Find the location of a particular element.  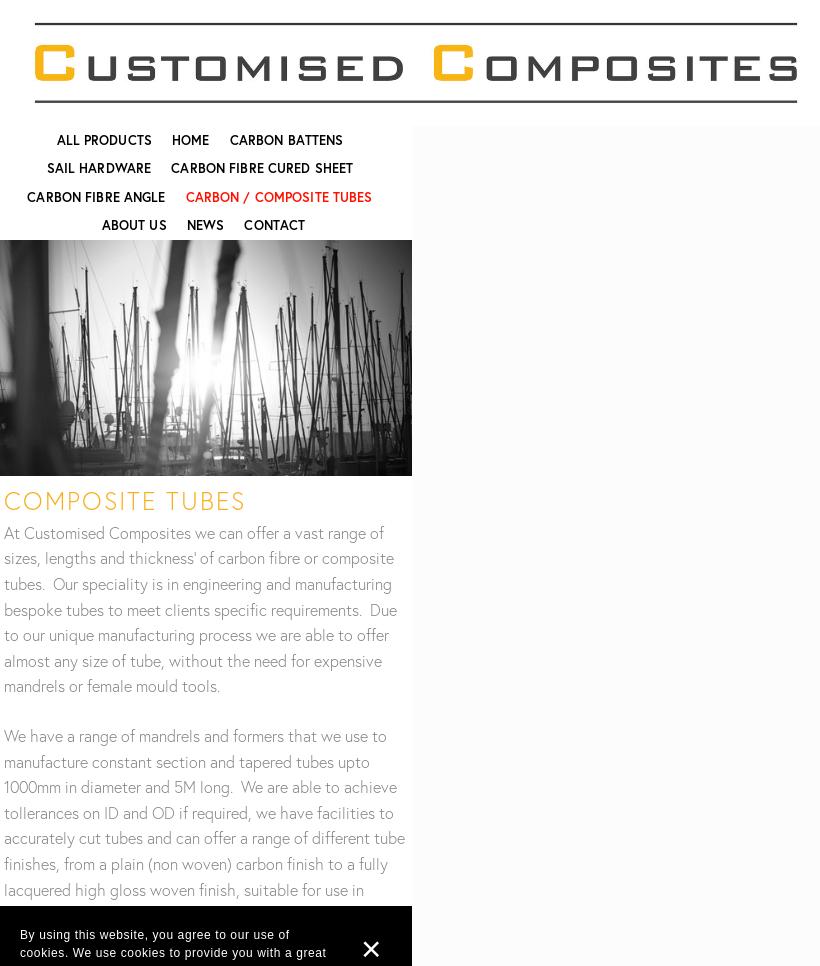

'News' is located at coordinates (205, 224).